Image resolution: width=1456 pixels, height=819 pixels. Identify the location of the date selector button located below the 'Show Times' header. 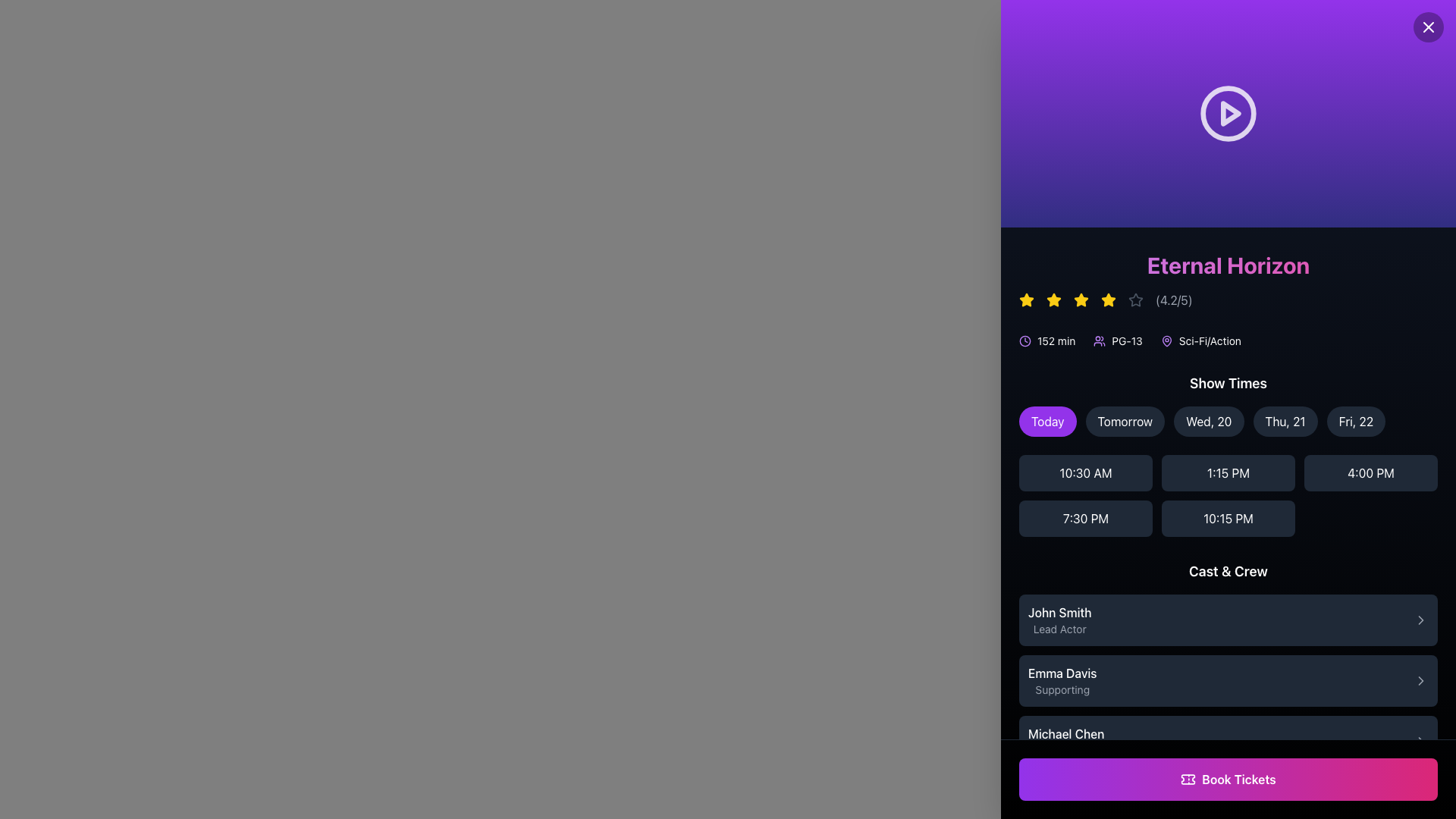
(1228, 424).